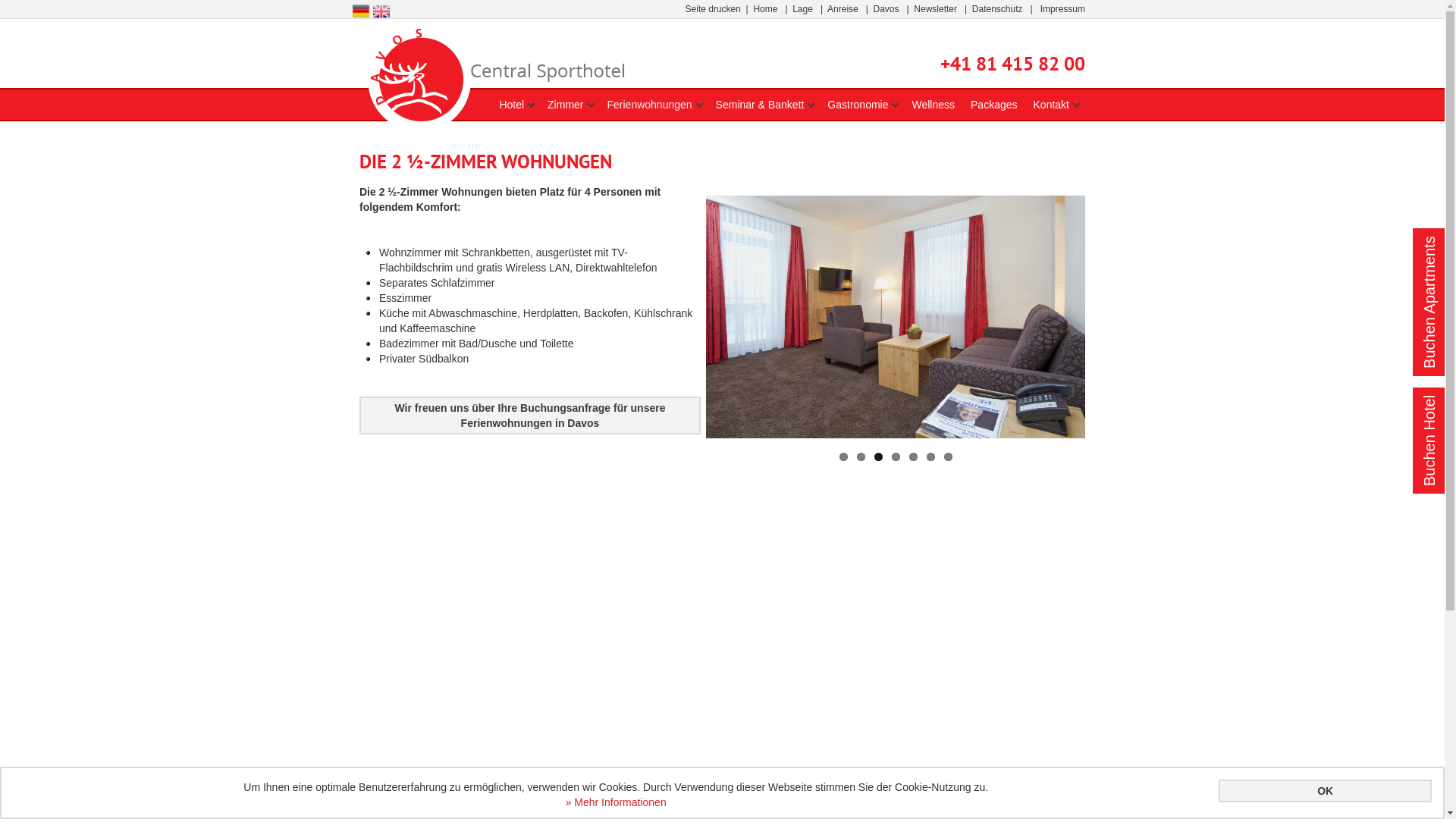  Describe the element at coordinates (826, 8) in the screenshot. I see `'Anreise'` at that location.